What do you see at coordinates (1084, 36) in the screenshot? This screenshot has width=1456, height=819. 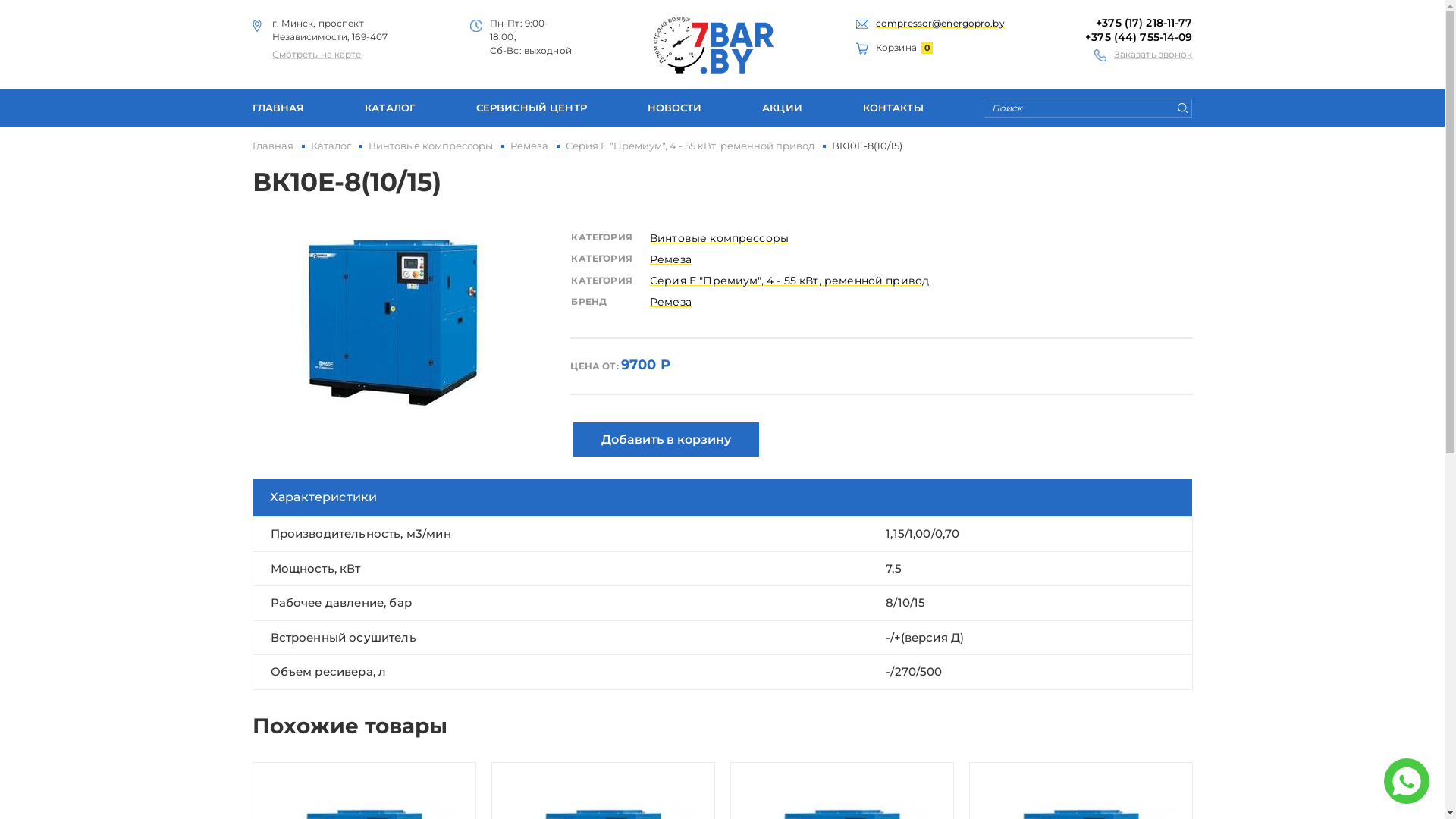 I see `'+375 (44) 755-14-09'` at bounding box center [1084, 36].